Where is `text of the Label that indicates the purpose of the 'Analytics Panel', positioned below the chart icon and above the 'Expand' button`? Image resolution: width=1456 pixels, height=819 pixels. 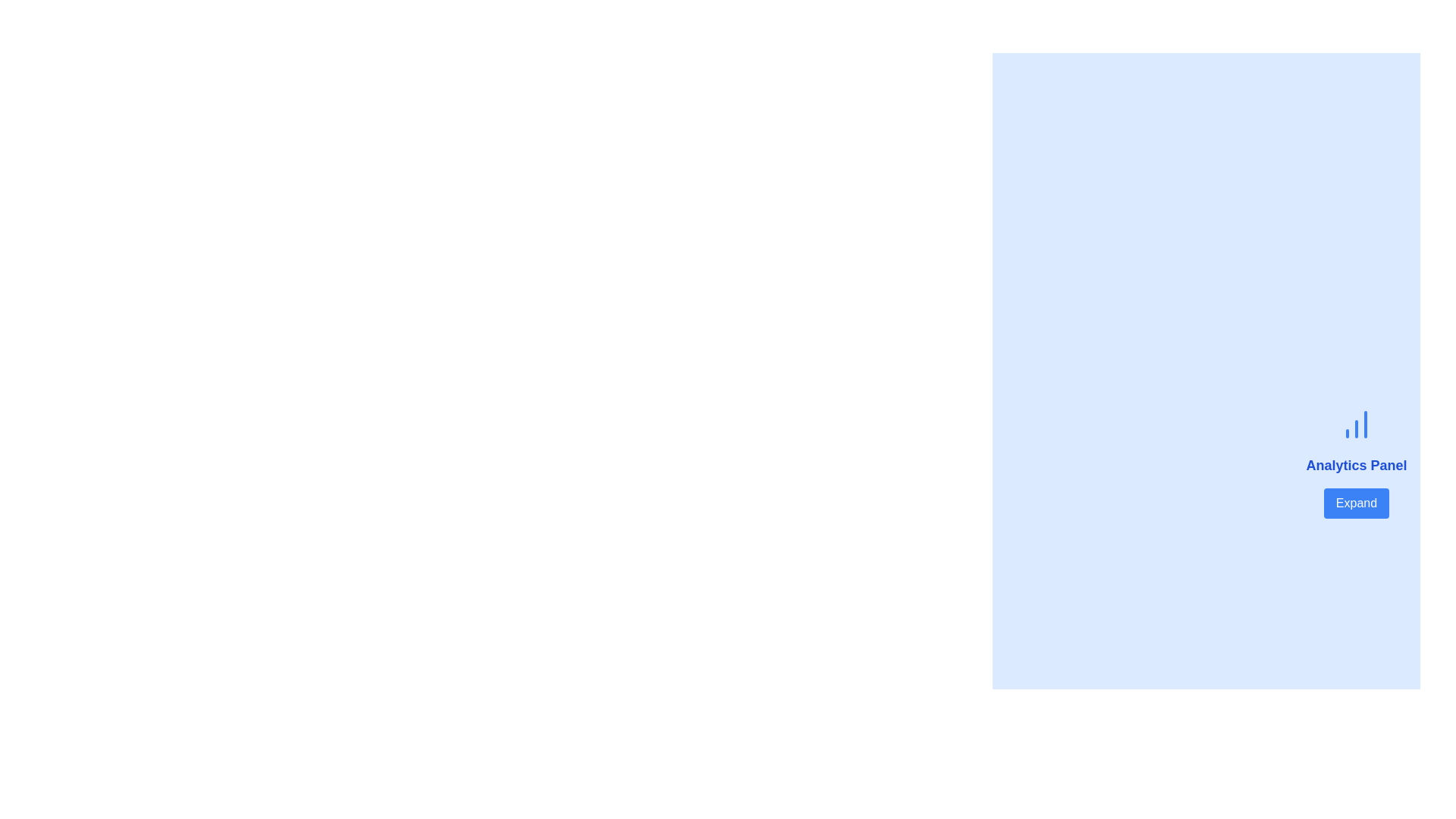 text of the Label that indicates the purpose of the 'Analytics Panel', positioned below the chart icon and above the 'Expand' button is located at coordinates (1357, 464).